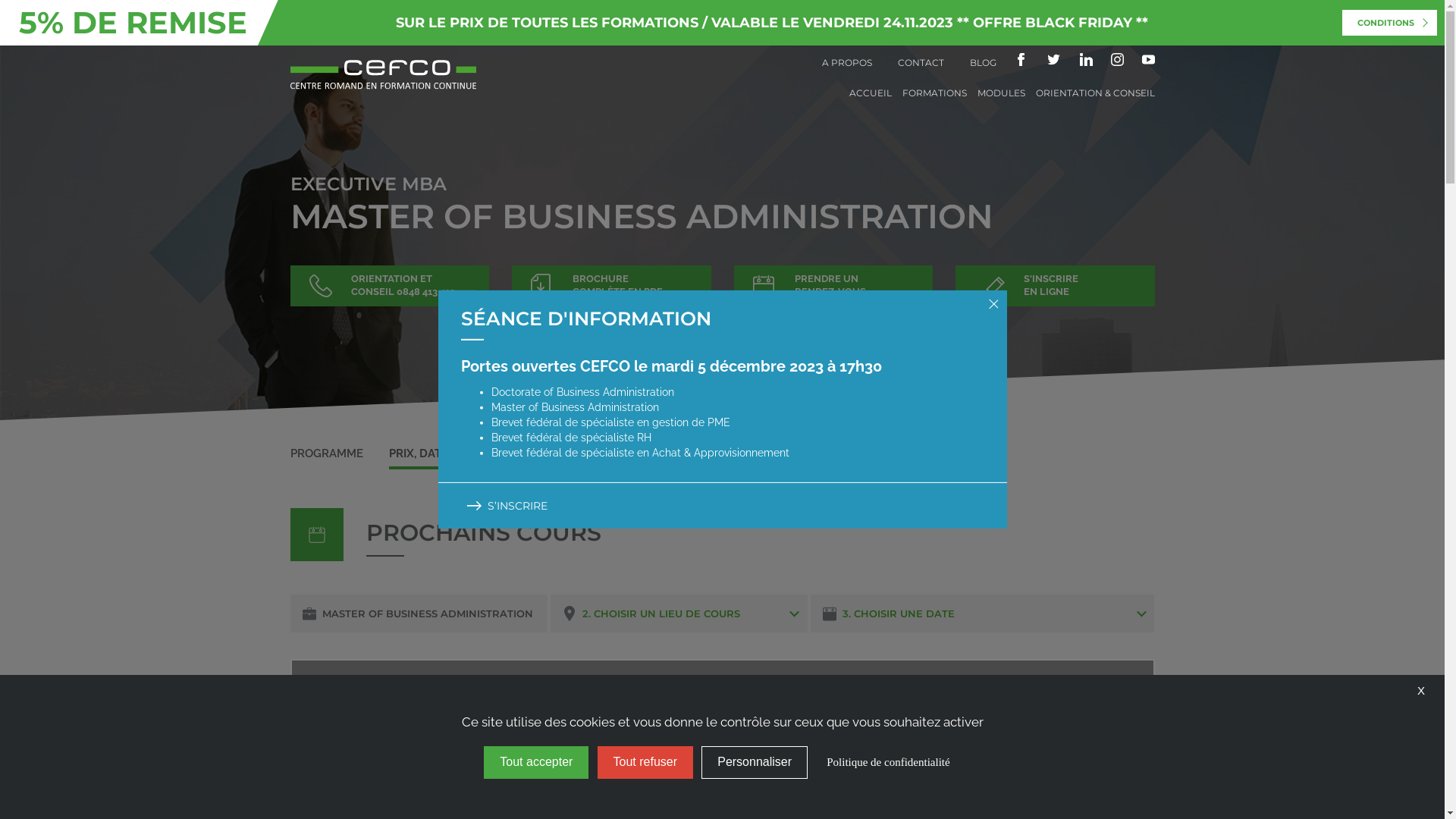  What do you see at coordinates (870, 93) in the screenshot?
I see `'ACCUEIL'` at bounding box center [870, 93].